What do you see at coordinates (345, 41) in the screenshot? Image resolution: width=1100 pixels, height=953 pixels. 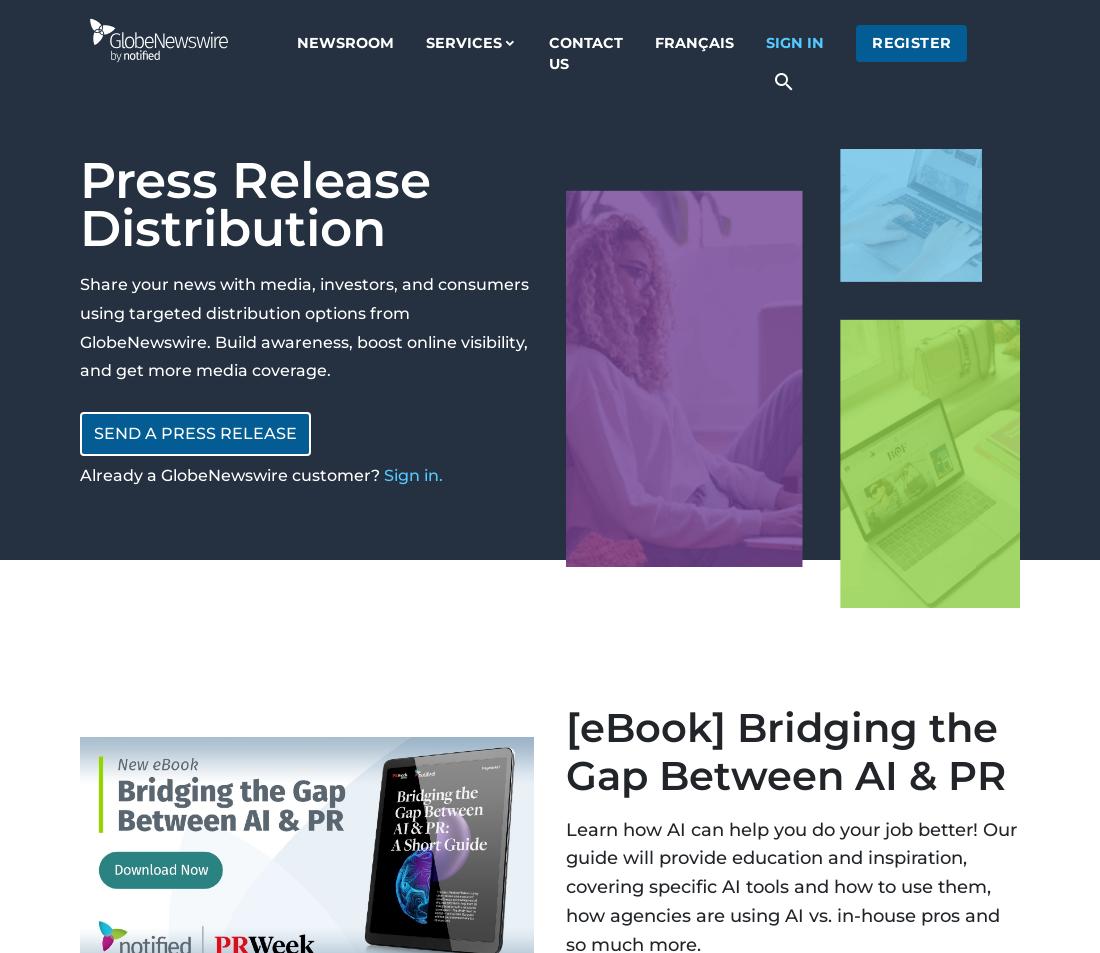 I see `'Newsroom'` at bounding box center [345, 41].